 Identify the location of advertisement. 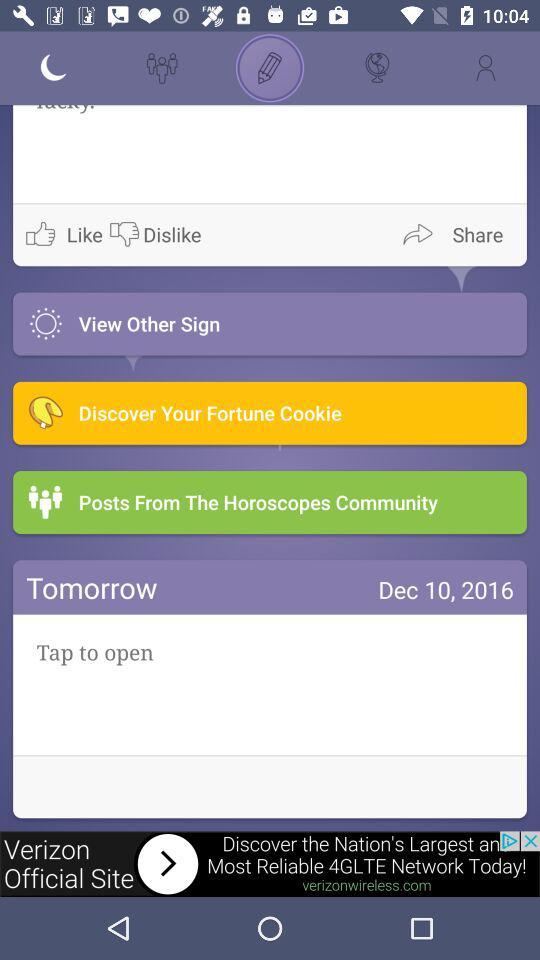
(270, 863).